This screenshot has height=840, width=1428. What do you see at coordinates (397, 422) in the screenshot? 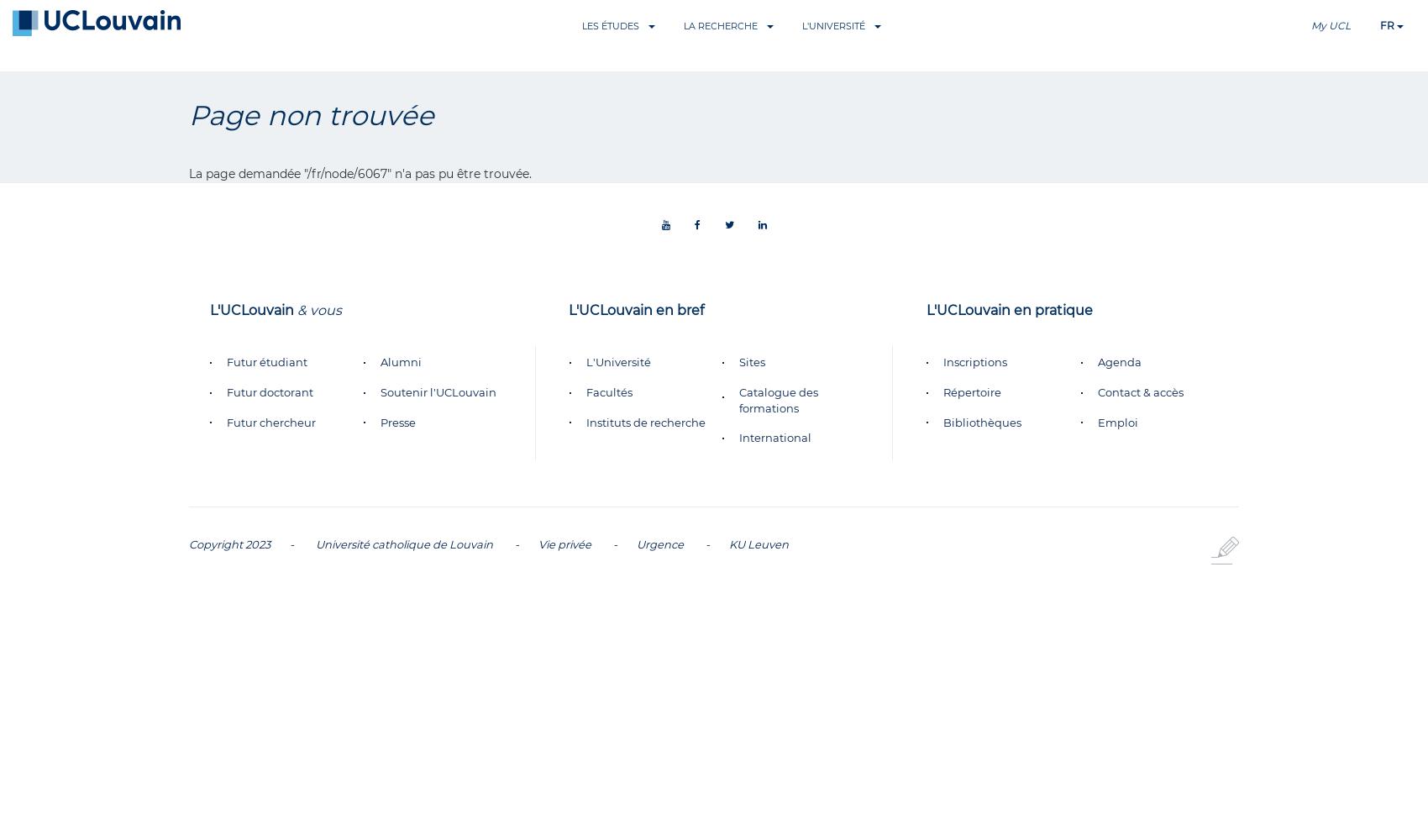
I see `'Presse'` at bounding box center [397, 422].